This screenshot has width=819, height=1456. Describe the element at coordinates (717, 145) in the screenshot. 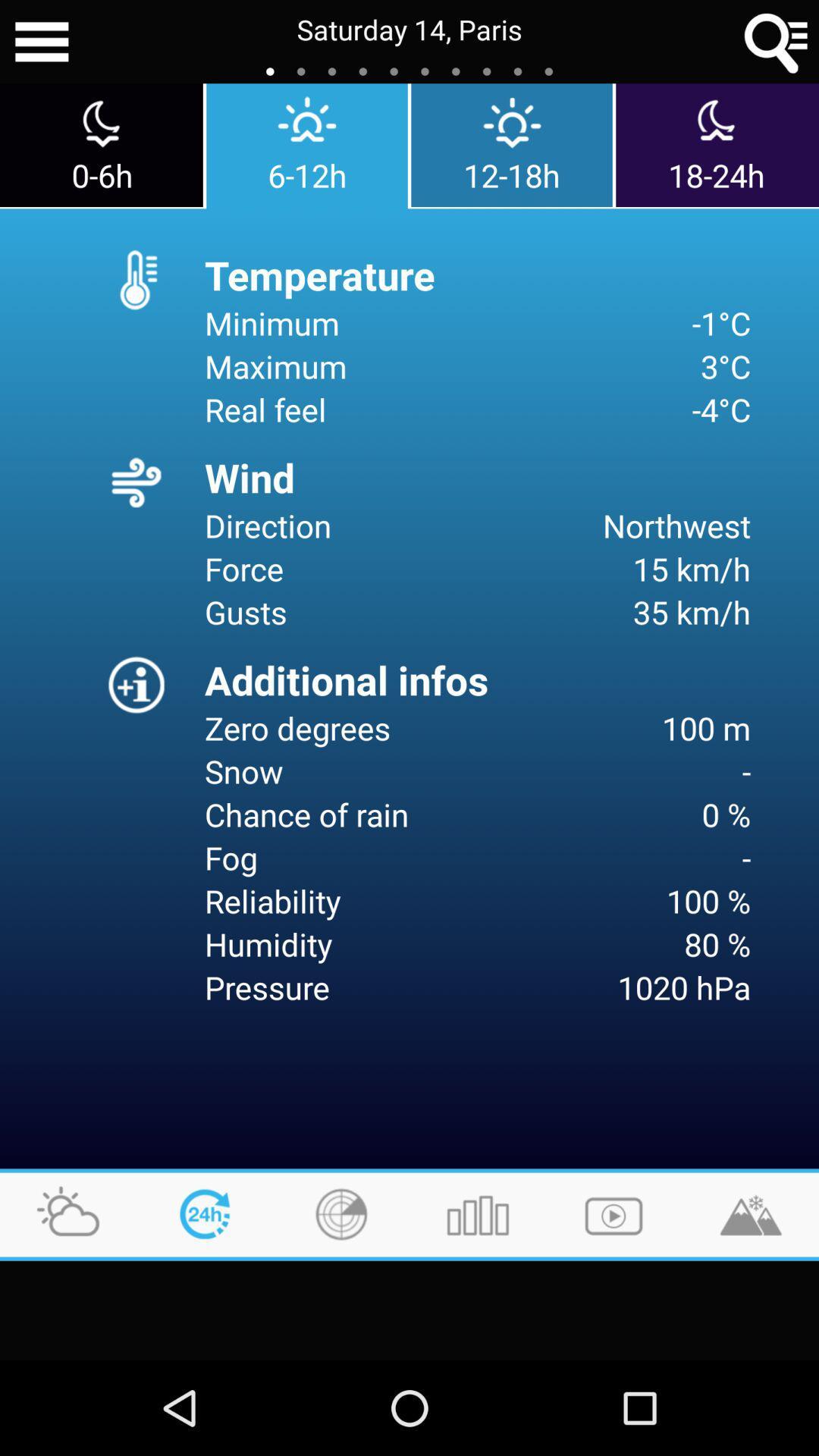

I see `the icon to the right of 12-18h icon` at that location.